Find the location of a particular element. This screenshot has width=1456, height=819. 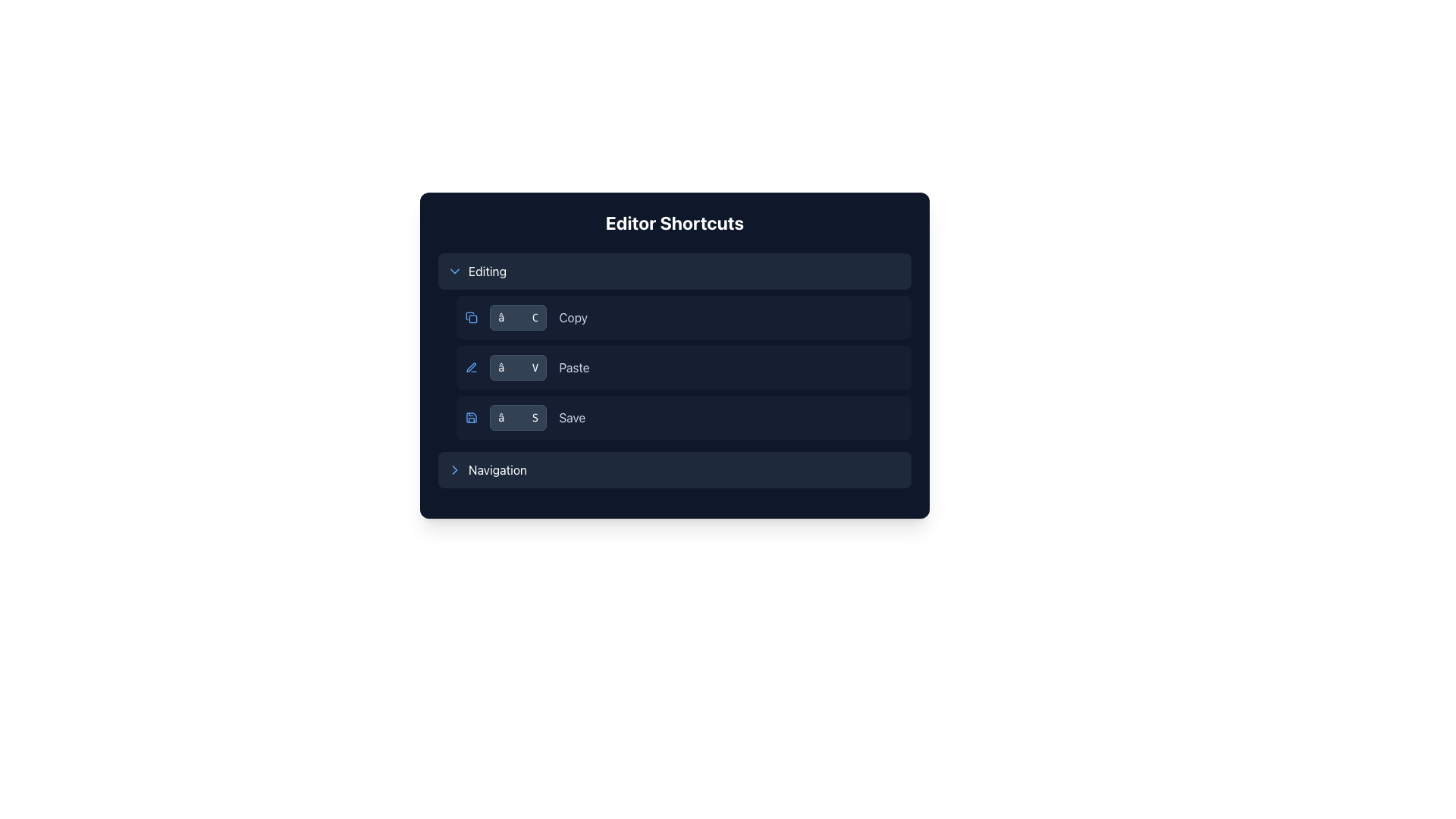

the pen or pencil tip icon in the middle column of the second row in the 'Editing' section, which represents the 'Paste' action is located at coordinates (470, 367).